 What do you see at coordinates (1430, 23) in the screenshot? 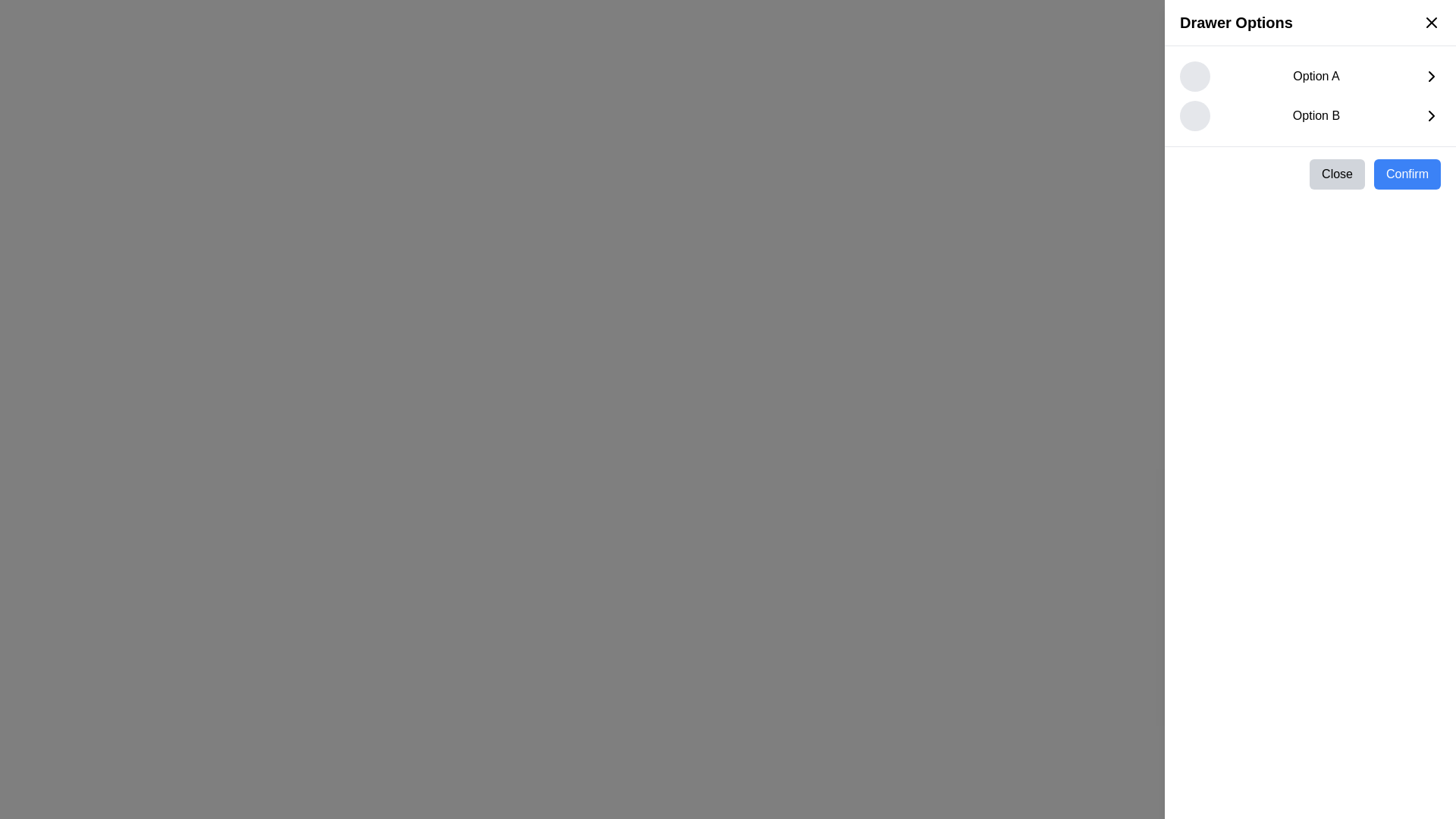
I see `the close button located at the top-right corner of the Drawer Options header` at bounding box center [1430, 23].